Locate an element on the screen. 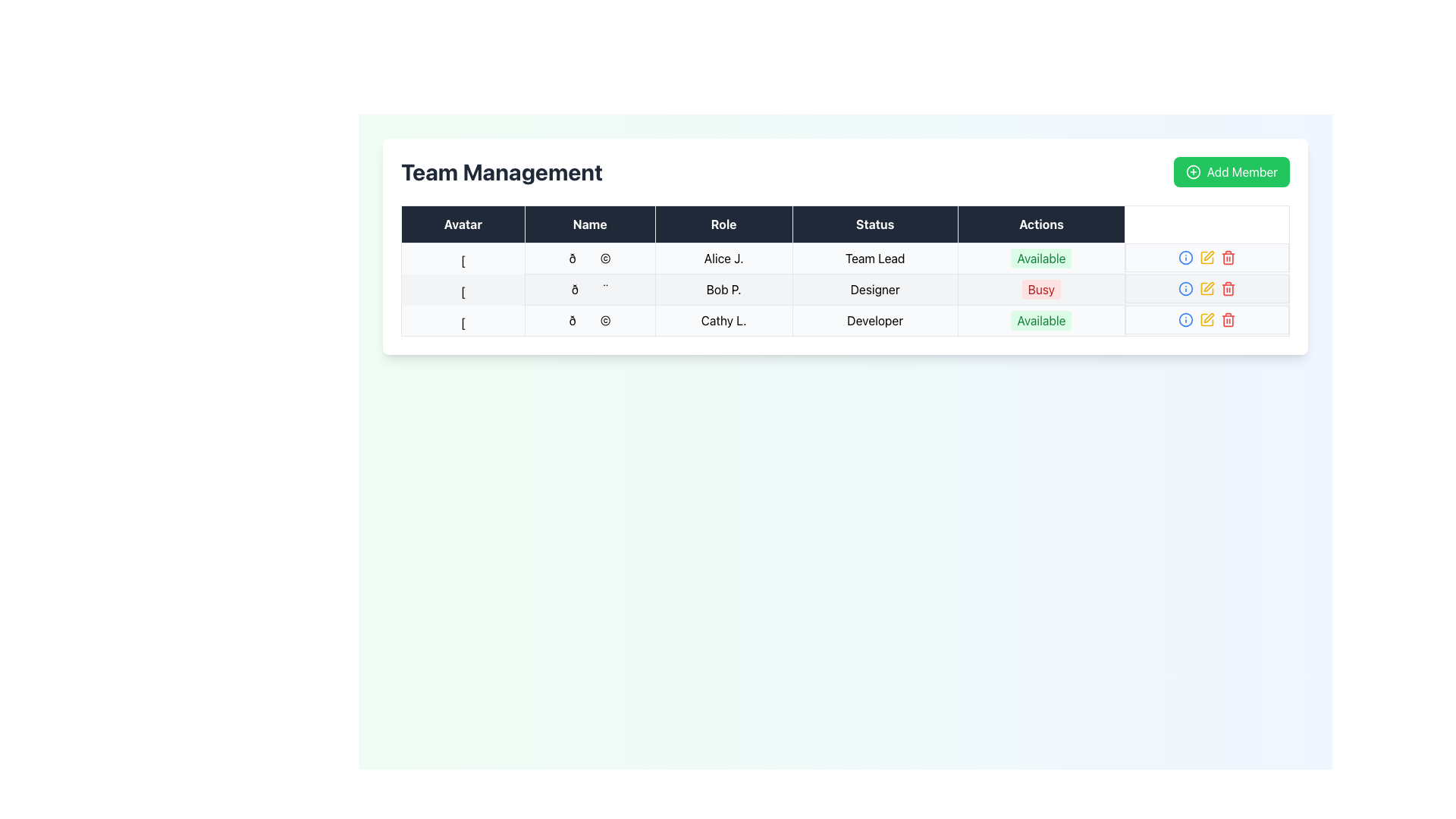 This screenshot has height=819, width=1456. the red trash can icon button located at the far right of the action buttons for 'Bob P.' in the team management table is located at coordinates (1228, 288).